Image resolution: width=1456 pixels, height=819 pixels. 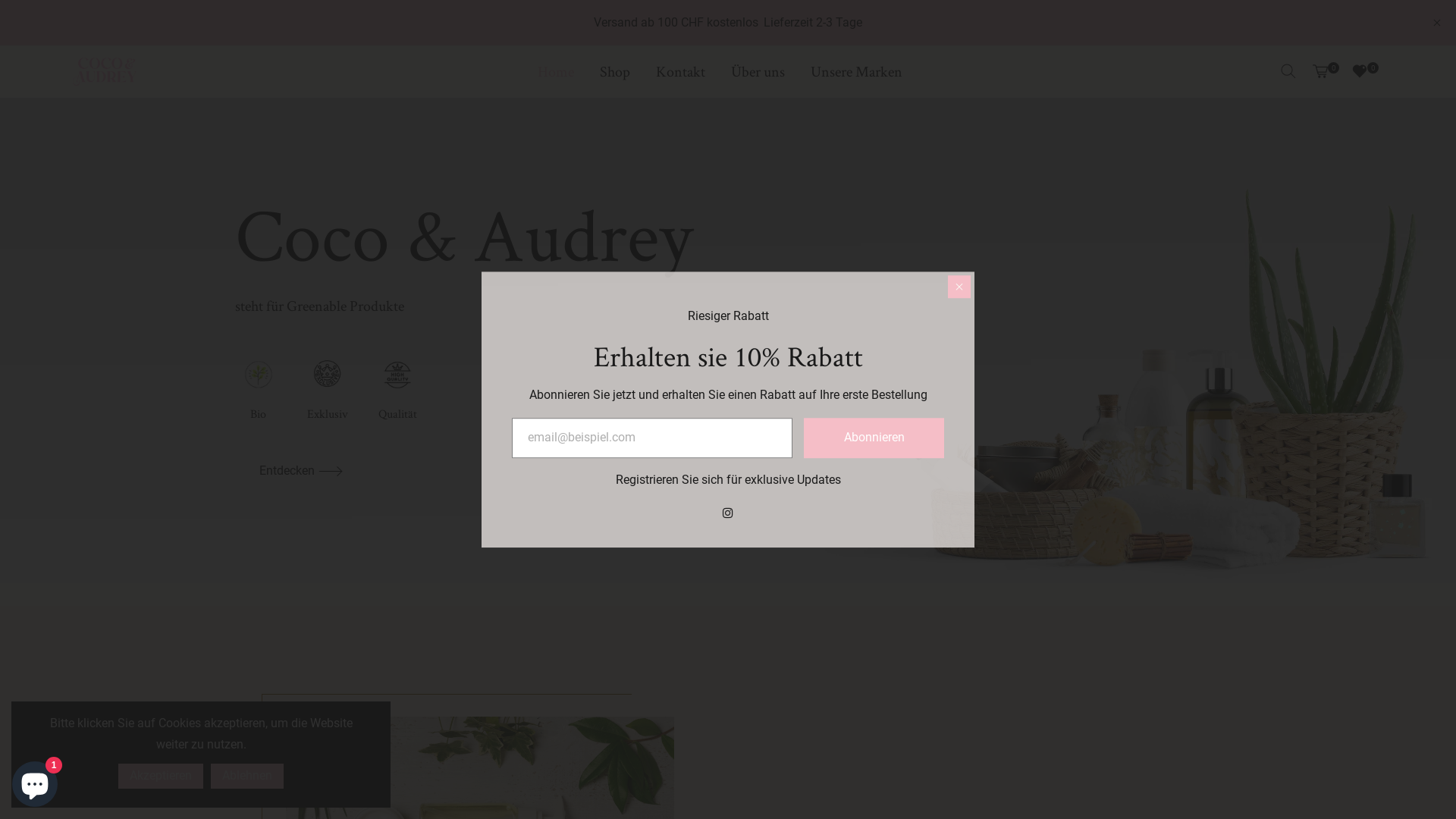 What do you see at coordinates (615, 71) in the screenshot?
I see `'Shop'` at bounding box center [615, 71].